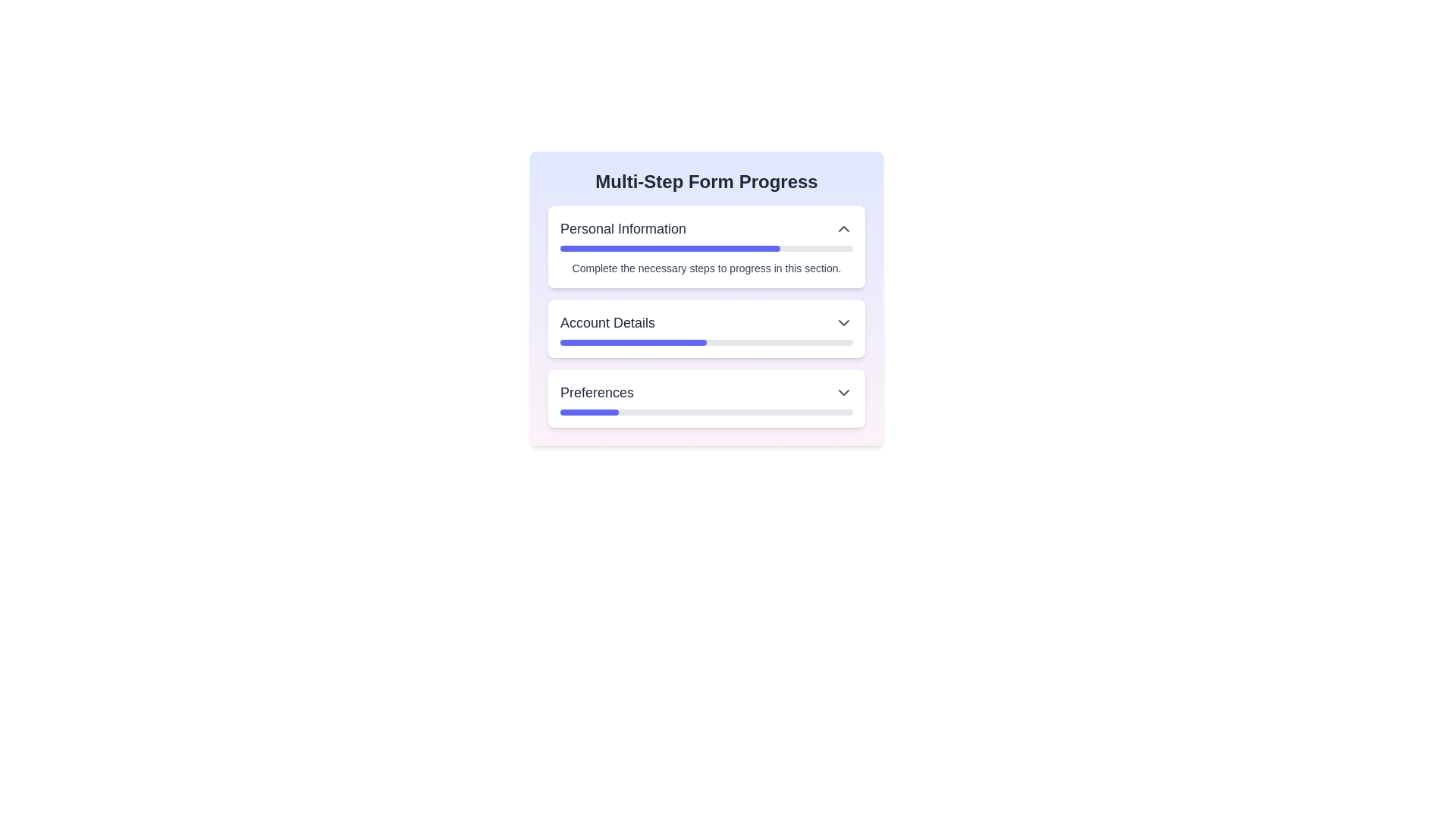  I want to click on the horizontal progress bar with rounded edges and an indigo color, which represents the progress for the 'Account Details' section in a multi-step form, so click(633, 342).